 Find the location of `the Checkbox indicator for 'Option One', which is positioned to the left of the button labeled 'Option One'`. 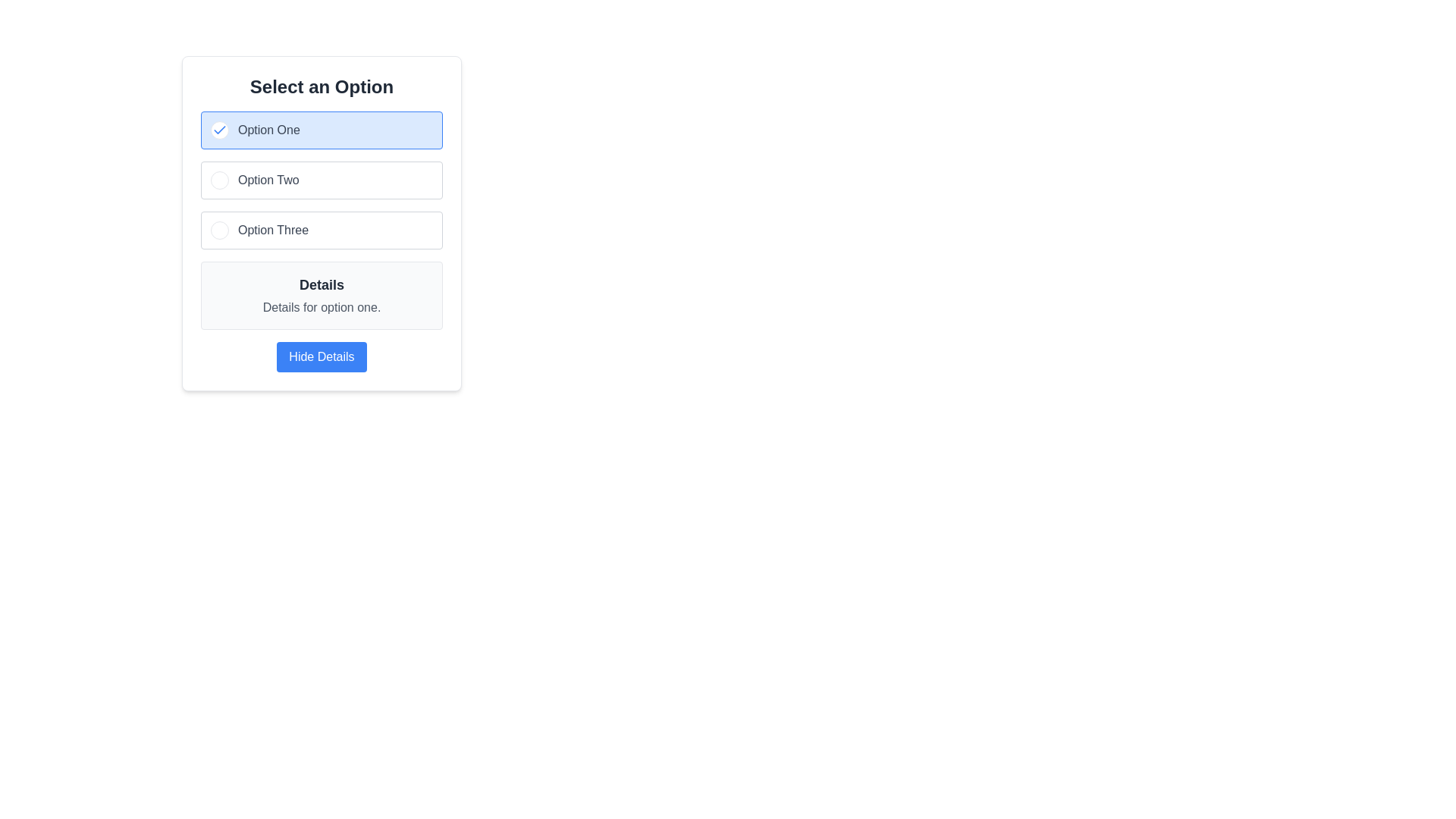

the Checkbox indicator for 'Option One', which is positioned to the left of the button labeled 'Option One' is located at coordinates (218, 130).